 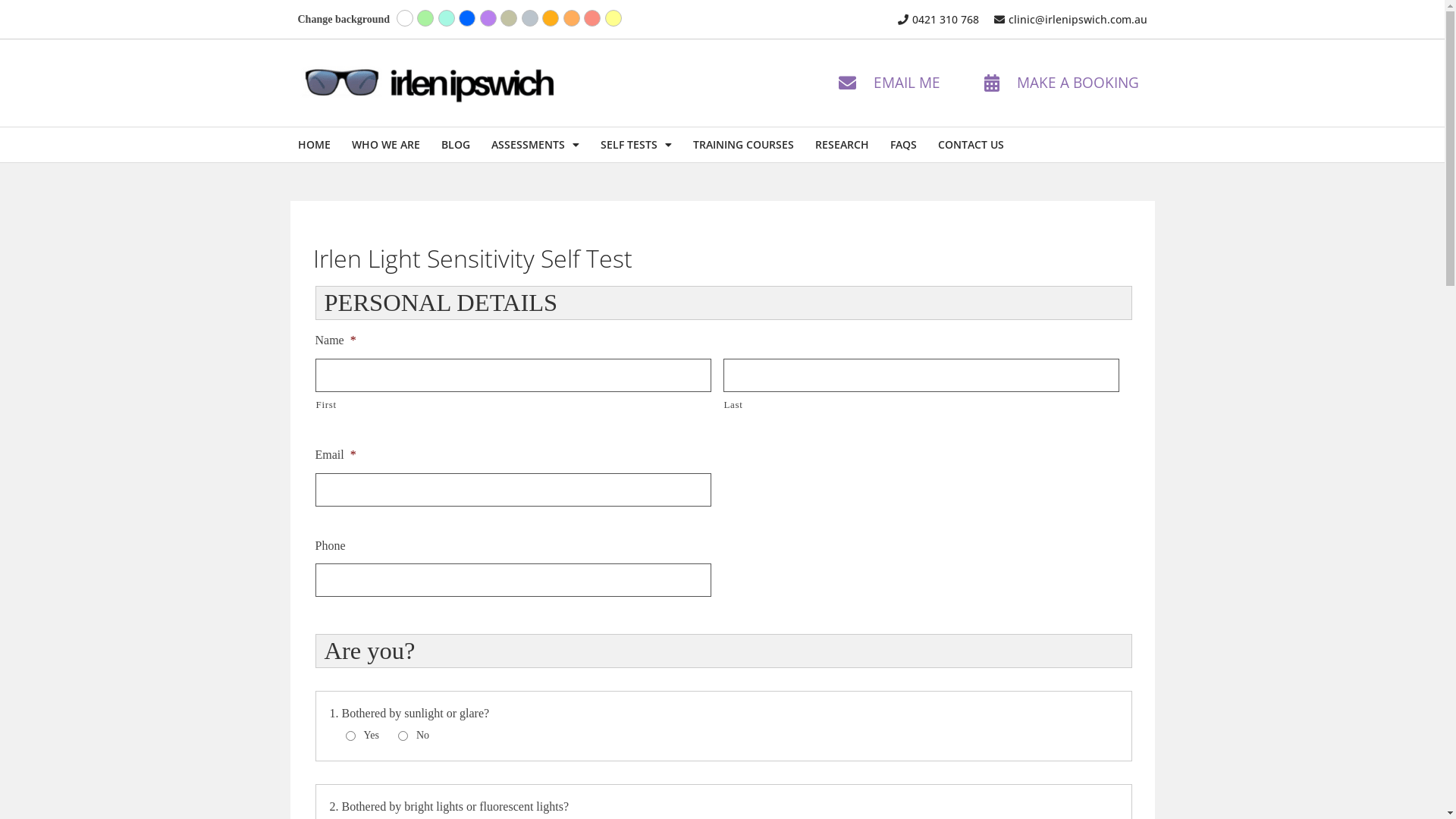 What do you see at coordinates (636, 145) in the screenshot?
I see `'SELF TESTS'` at bounding box center [636, 145].